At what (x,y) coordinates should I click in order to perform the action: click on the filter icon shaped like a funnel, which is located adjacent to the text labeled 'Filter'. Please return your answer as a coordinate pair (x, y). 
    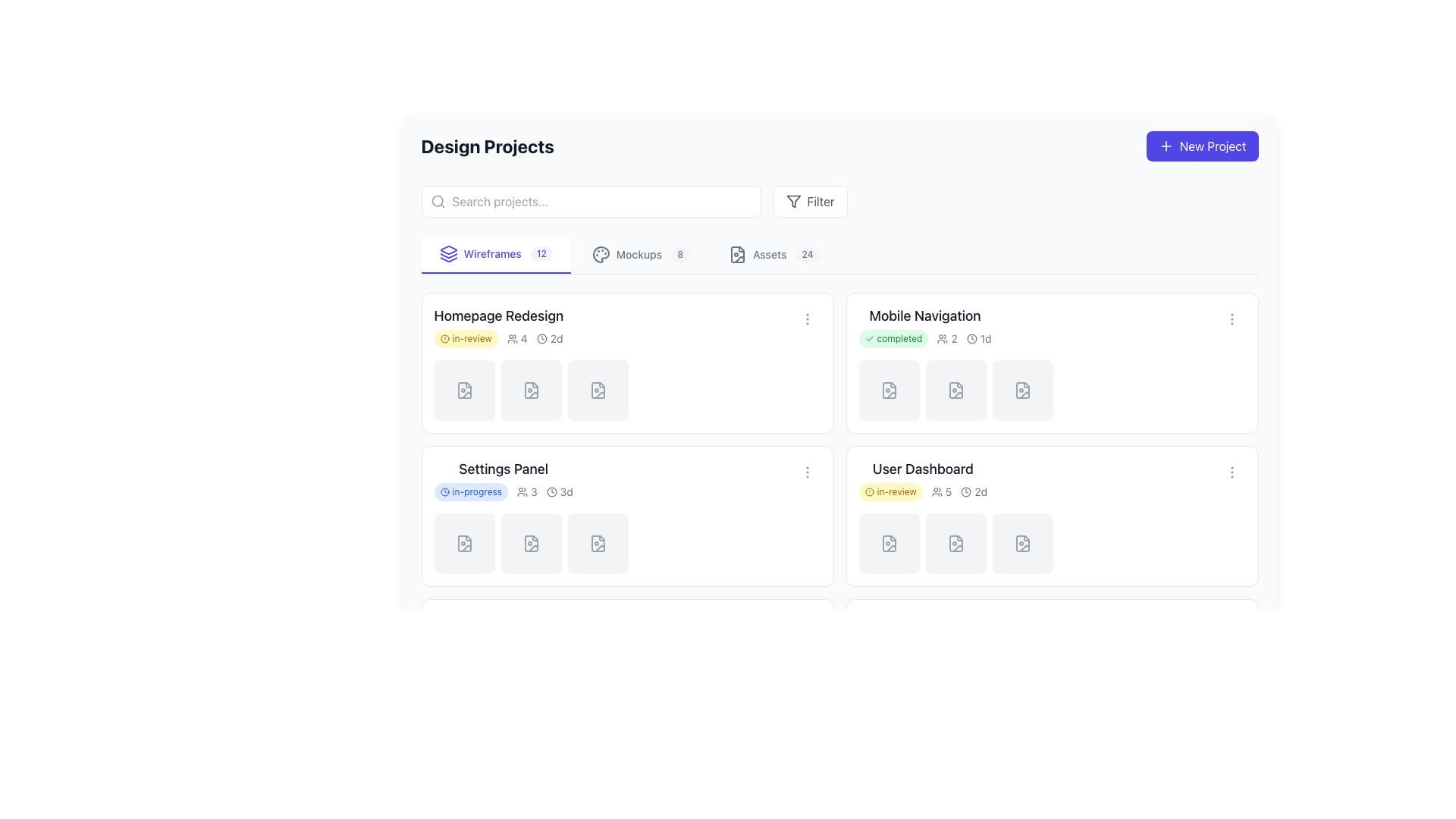
    Looking at the image, I should click on (792, 201).